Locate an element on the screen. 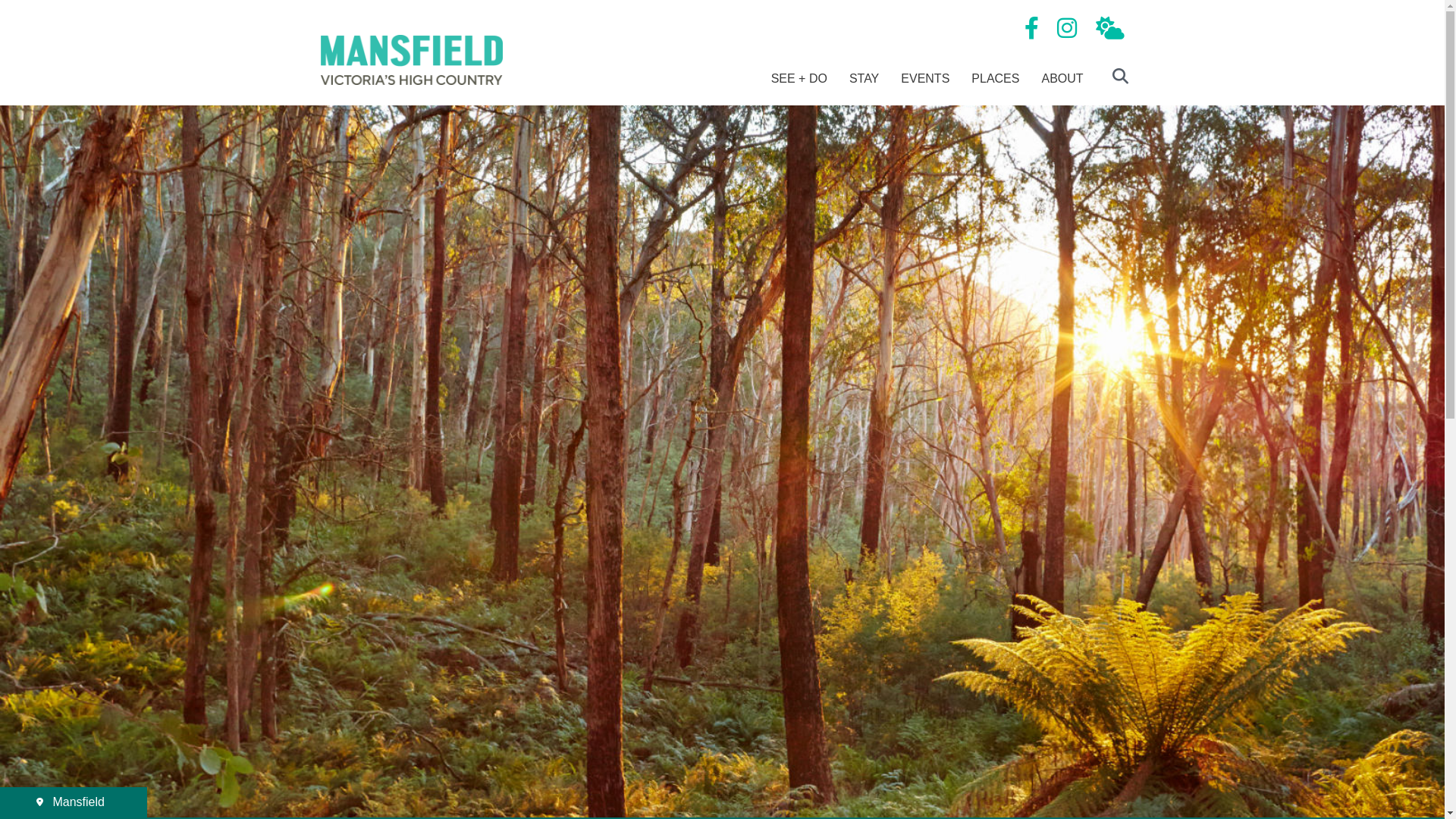  'Mansfield' is located at coordinates (72, 801).